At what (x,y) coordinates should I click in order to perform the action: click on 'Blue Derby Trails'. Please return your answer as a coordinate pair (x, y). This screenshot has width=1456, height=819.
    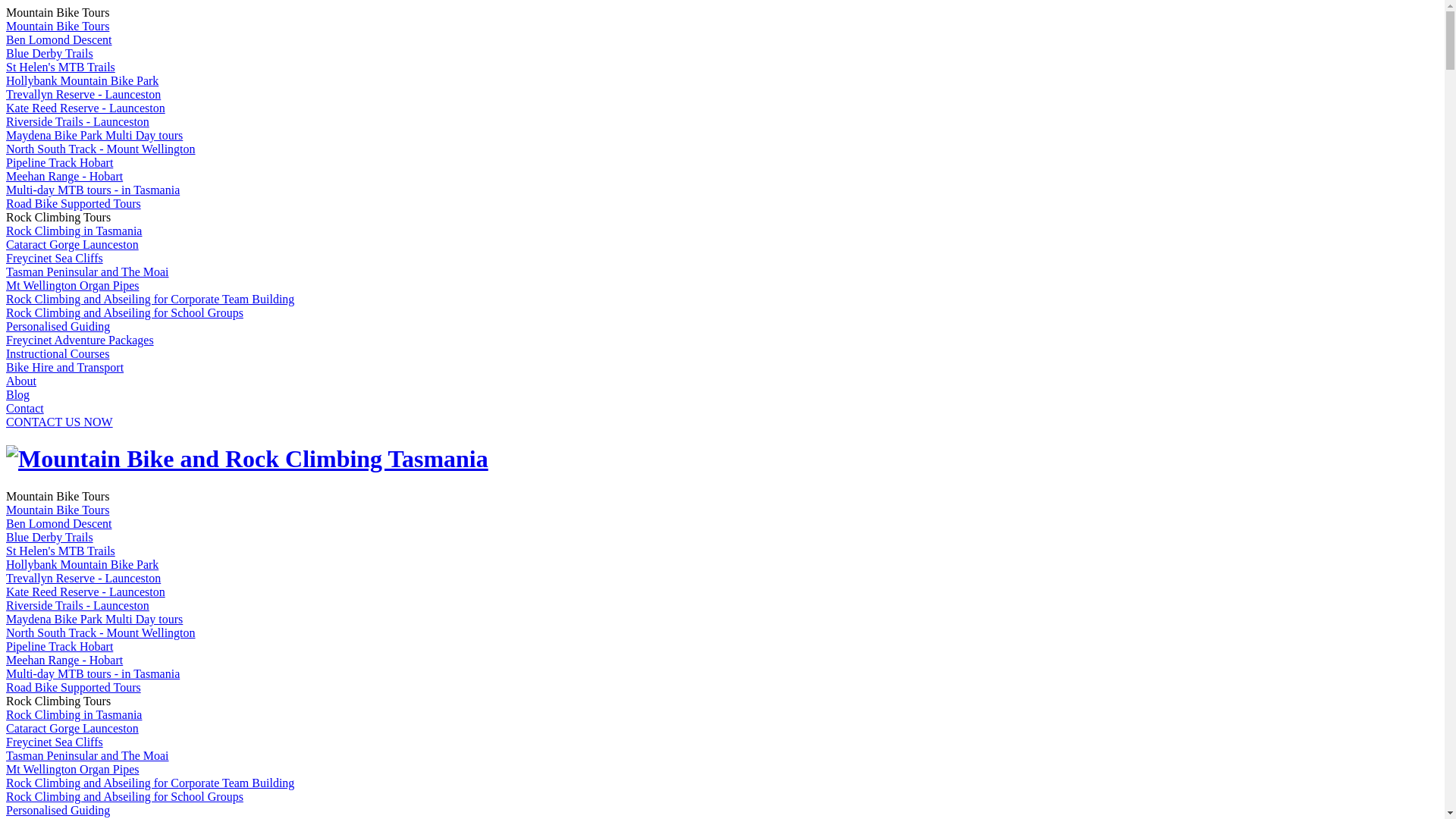
    Looking at the image, I should click on (49, 536).